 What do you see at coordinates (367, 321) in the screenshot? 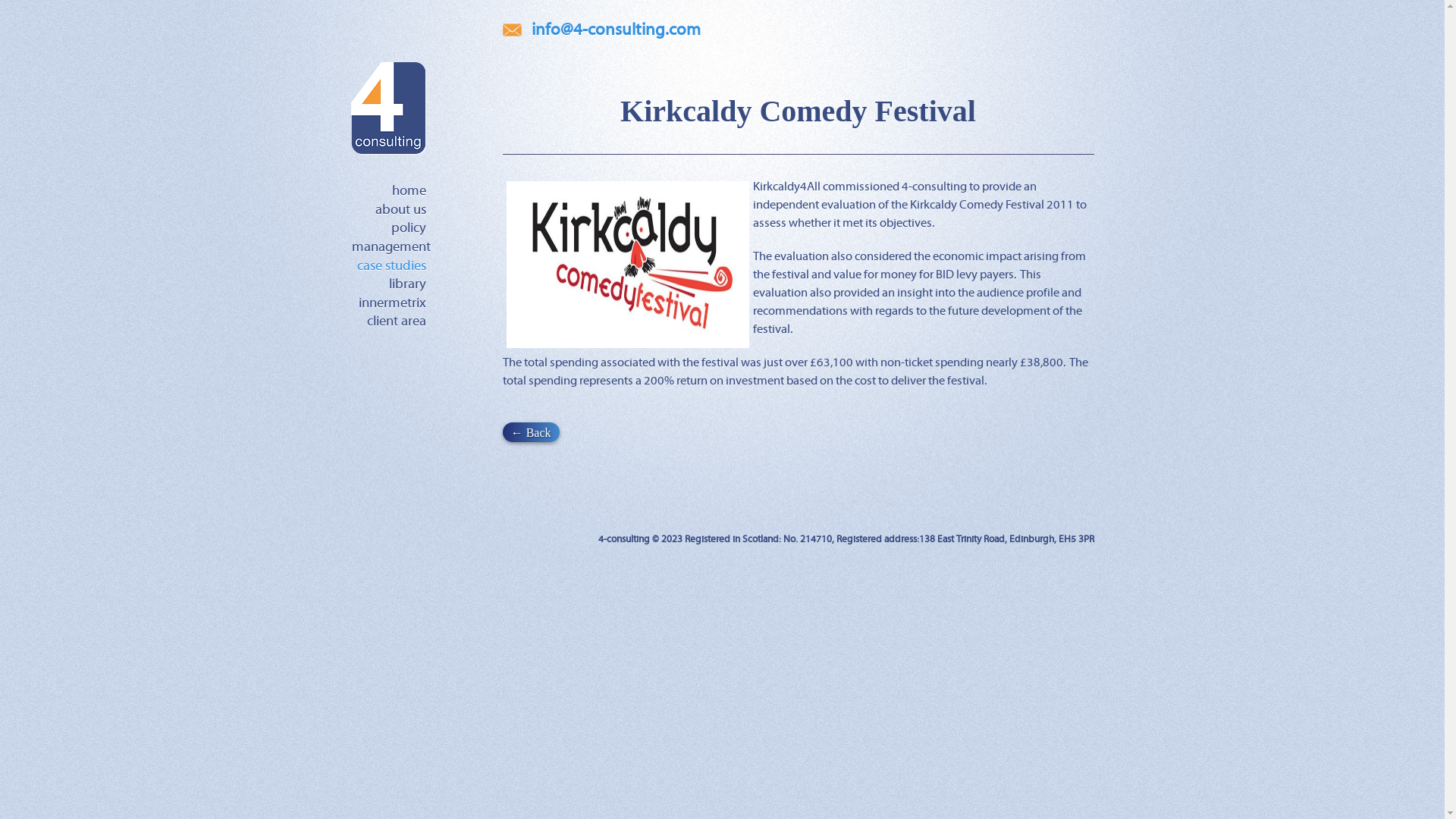
I see `'client area'` at bounding box center [367, 321].